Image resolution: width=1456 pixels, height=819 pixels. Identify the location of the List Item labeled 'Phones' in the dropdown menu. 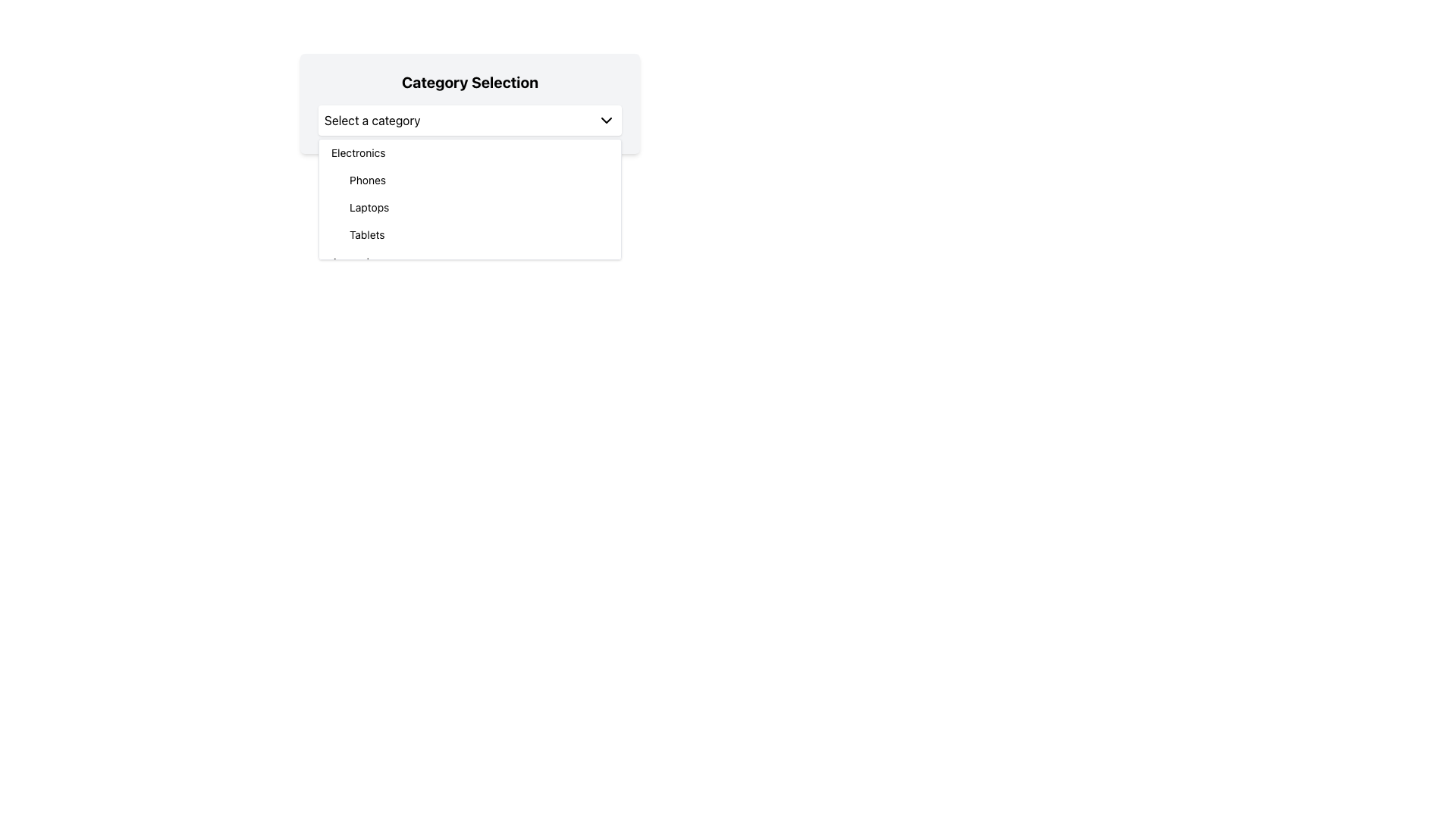
(479, 180).